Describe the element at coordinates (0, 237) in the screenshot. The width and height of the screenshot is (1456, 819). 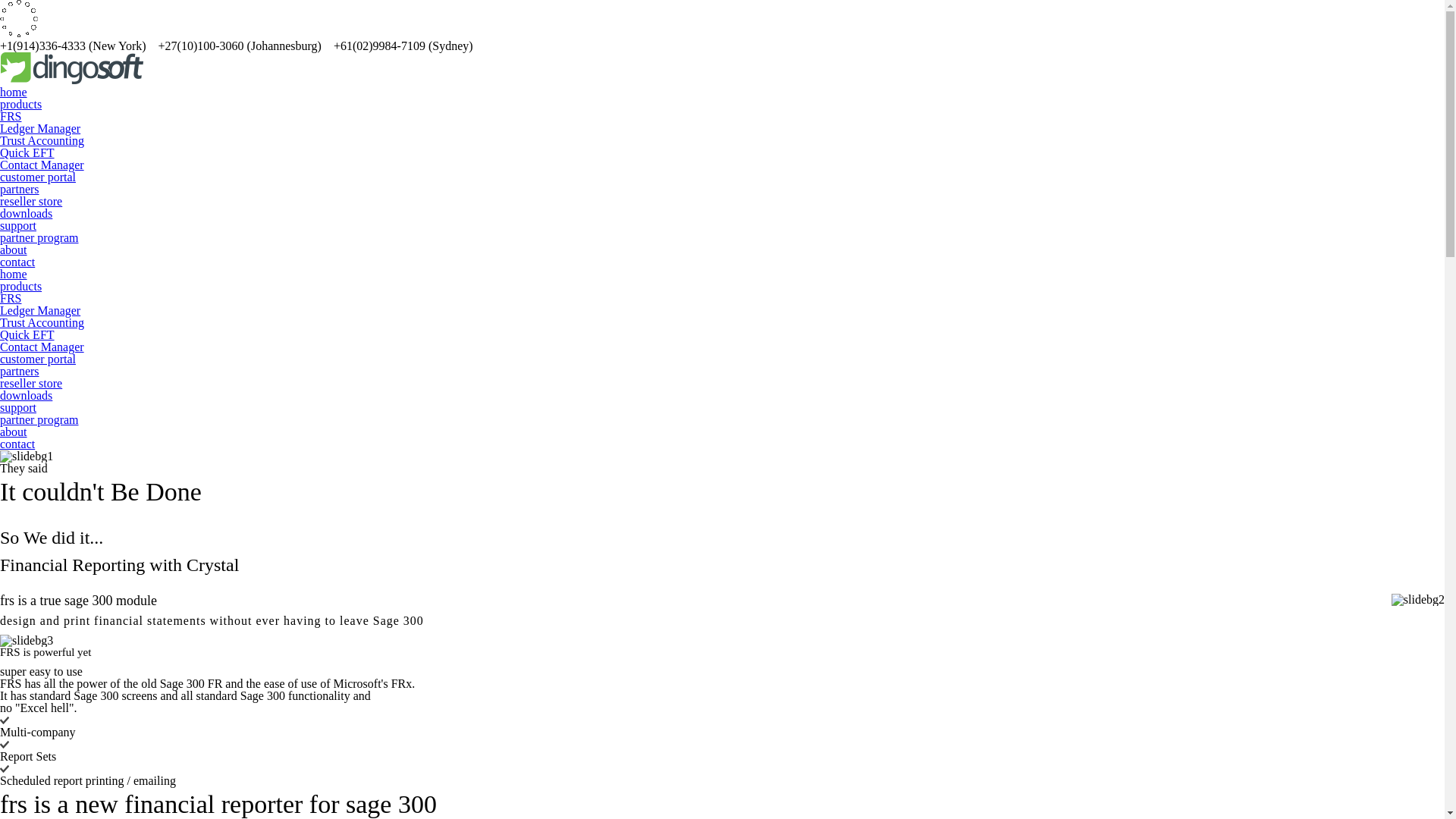
I see `'partner program'` at that location.